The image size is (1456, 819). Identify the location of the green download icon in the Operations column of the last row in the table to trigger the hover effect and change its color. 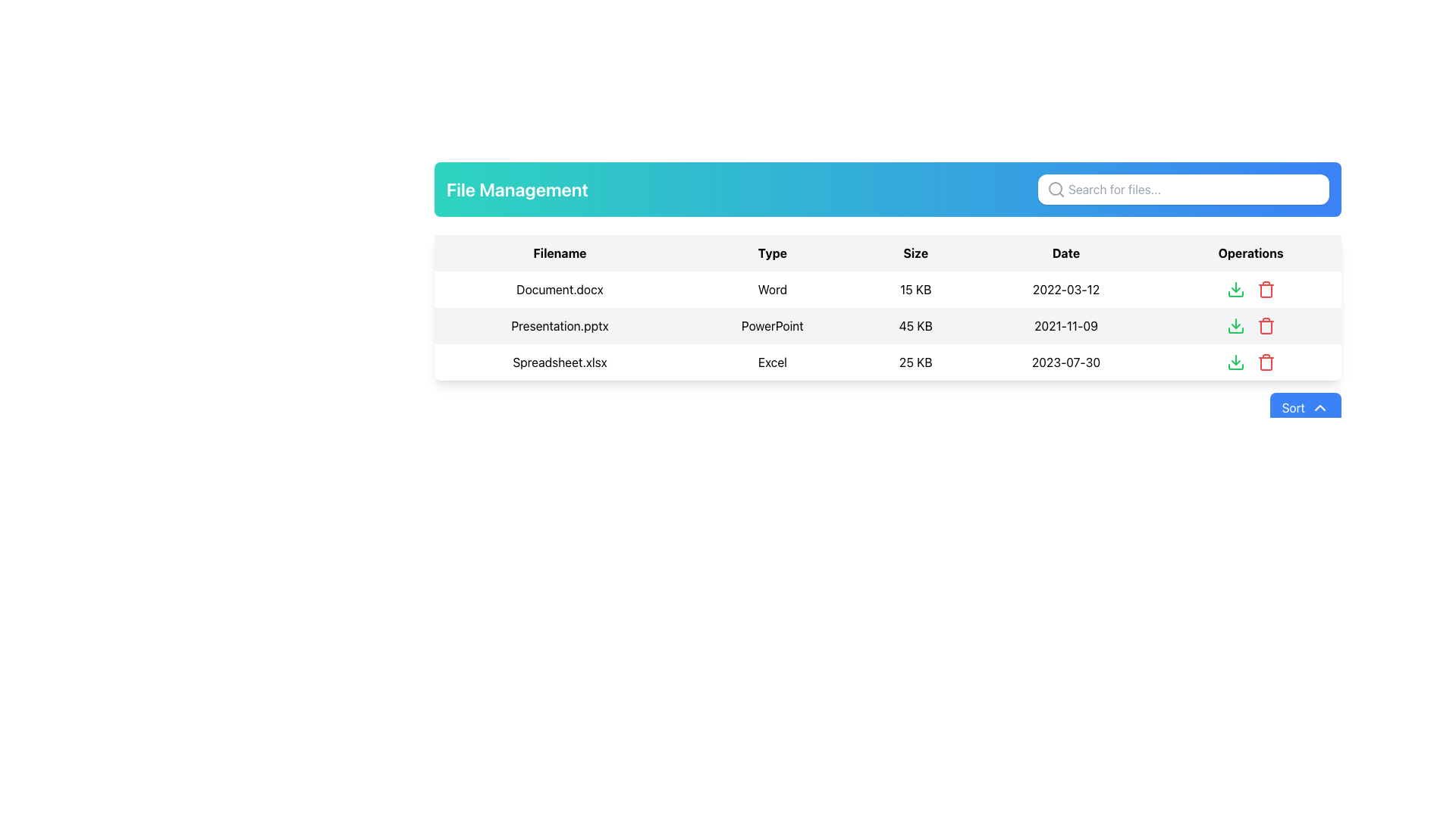
(1235, 362).